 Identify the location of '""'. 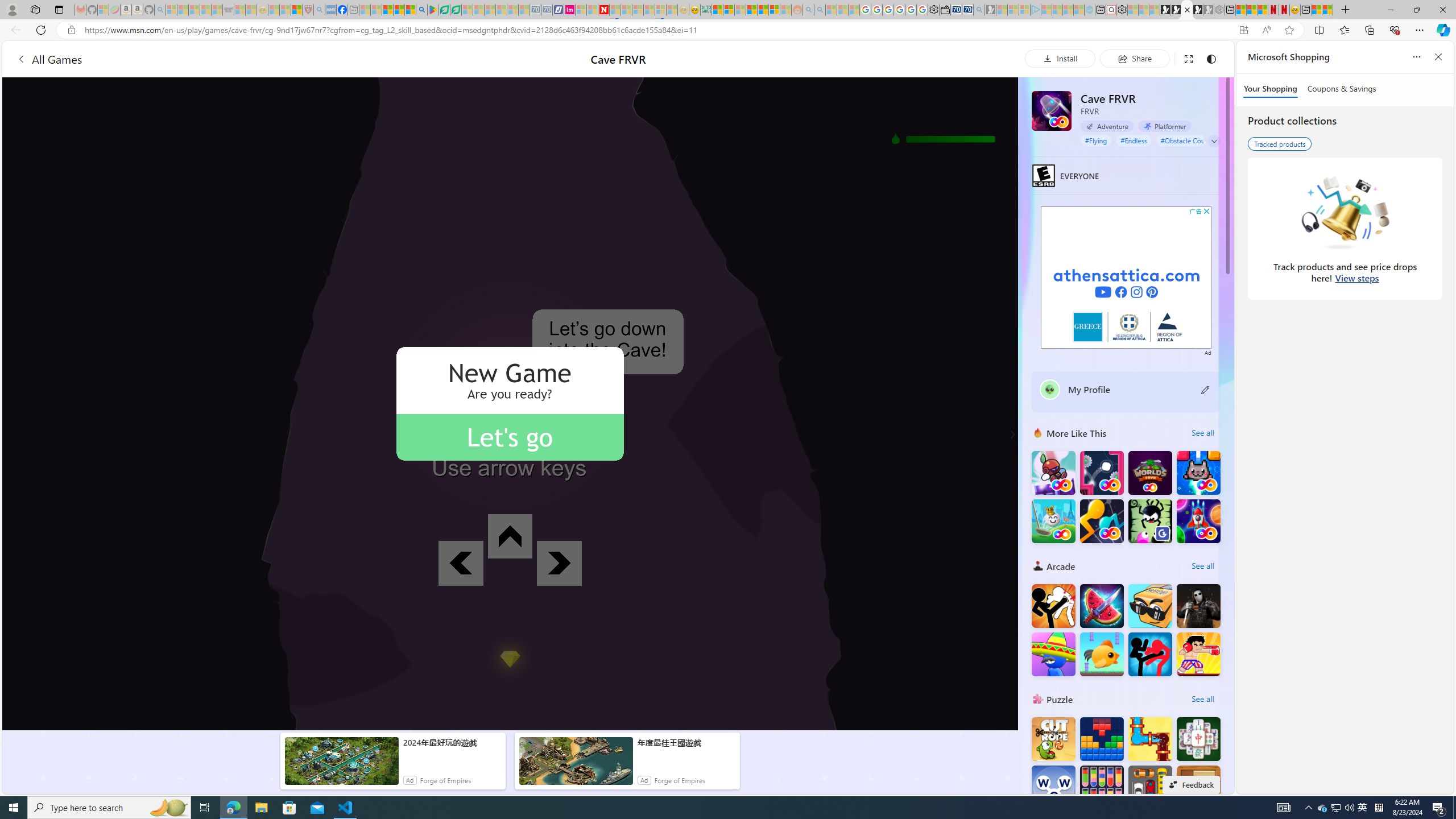
(1049, 390).